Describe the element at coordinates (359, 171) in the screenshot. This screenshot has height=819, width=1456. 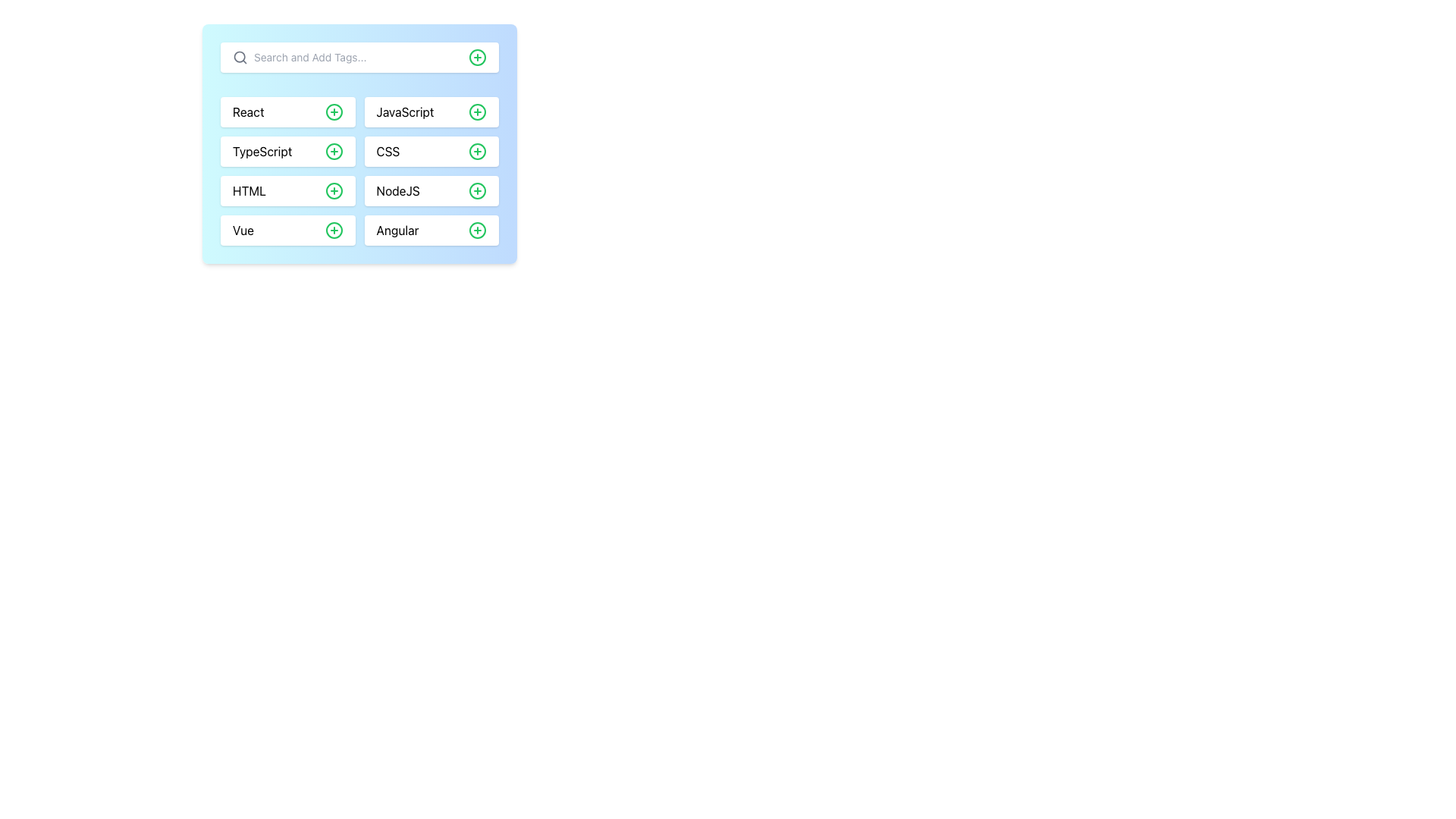
I see `the green circular '+' icon located in a cell of the grid layout containing selectable items such as 'React', 'JavaScript', and 'CSS'` at that location.